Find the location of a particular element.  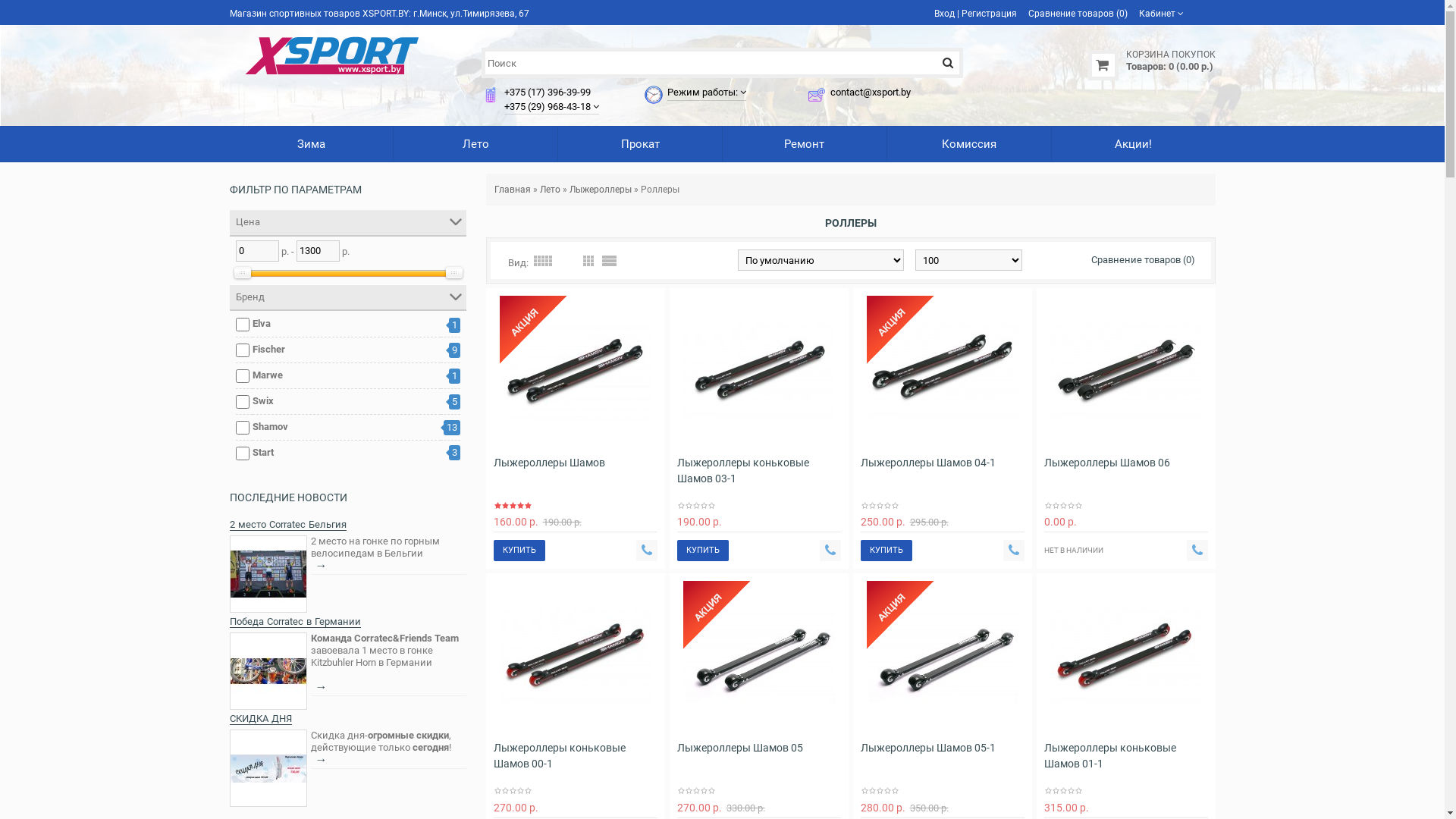

'contact@xsport.by' is located at coordinates (829, 92).